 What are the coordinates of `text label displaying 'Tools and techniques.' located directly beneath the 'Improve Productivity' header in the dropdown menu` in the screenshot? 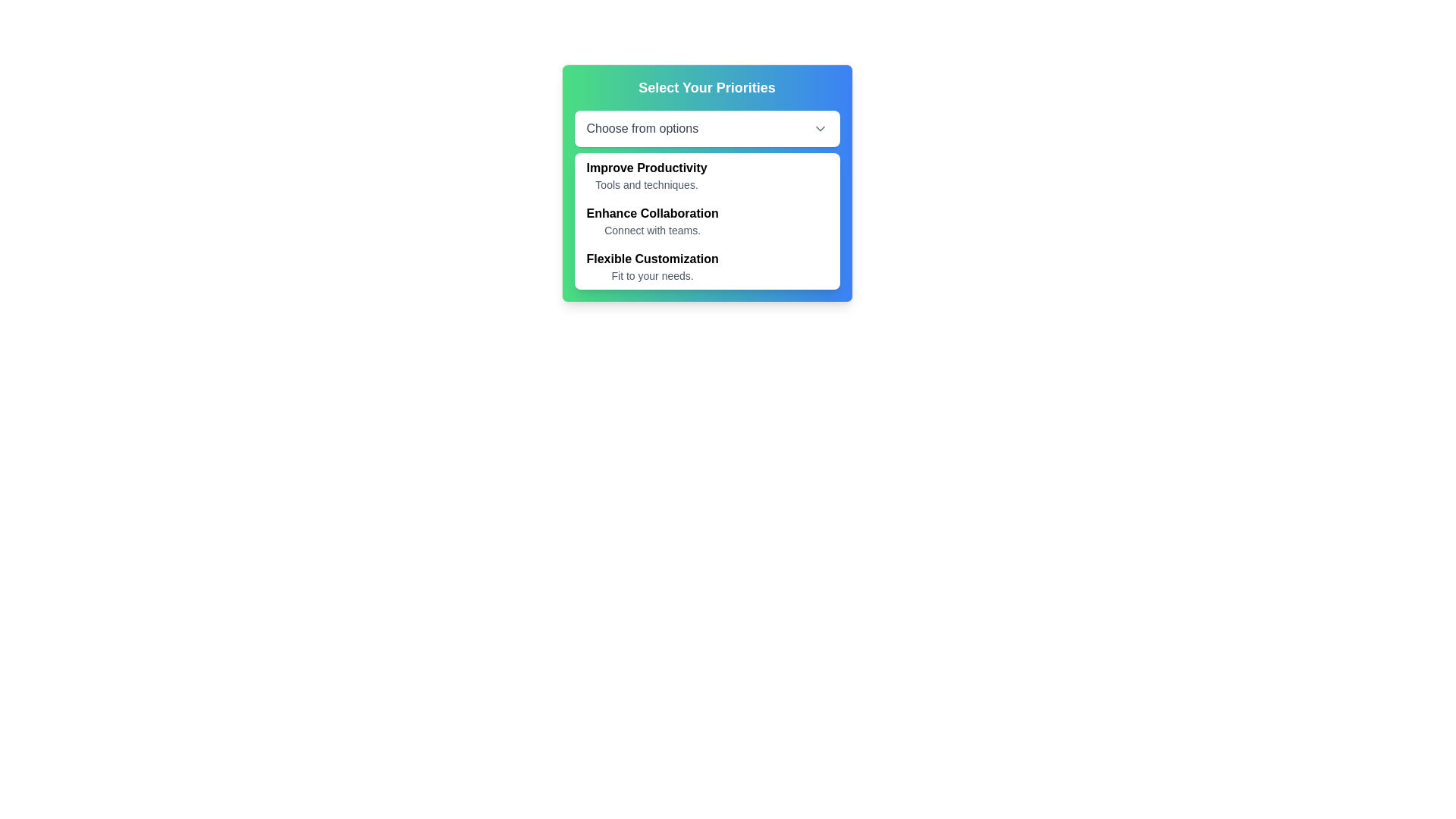 It's located at (647, 184).